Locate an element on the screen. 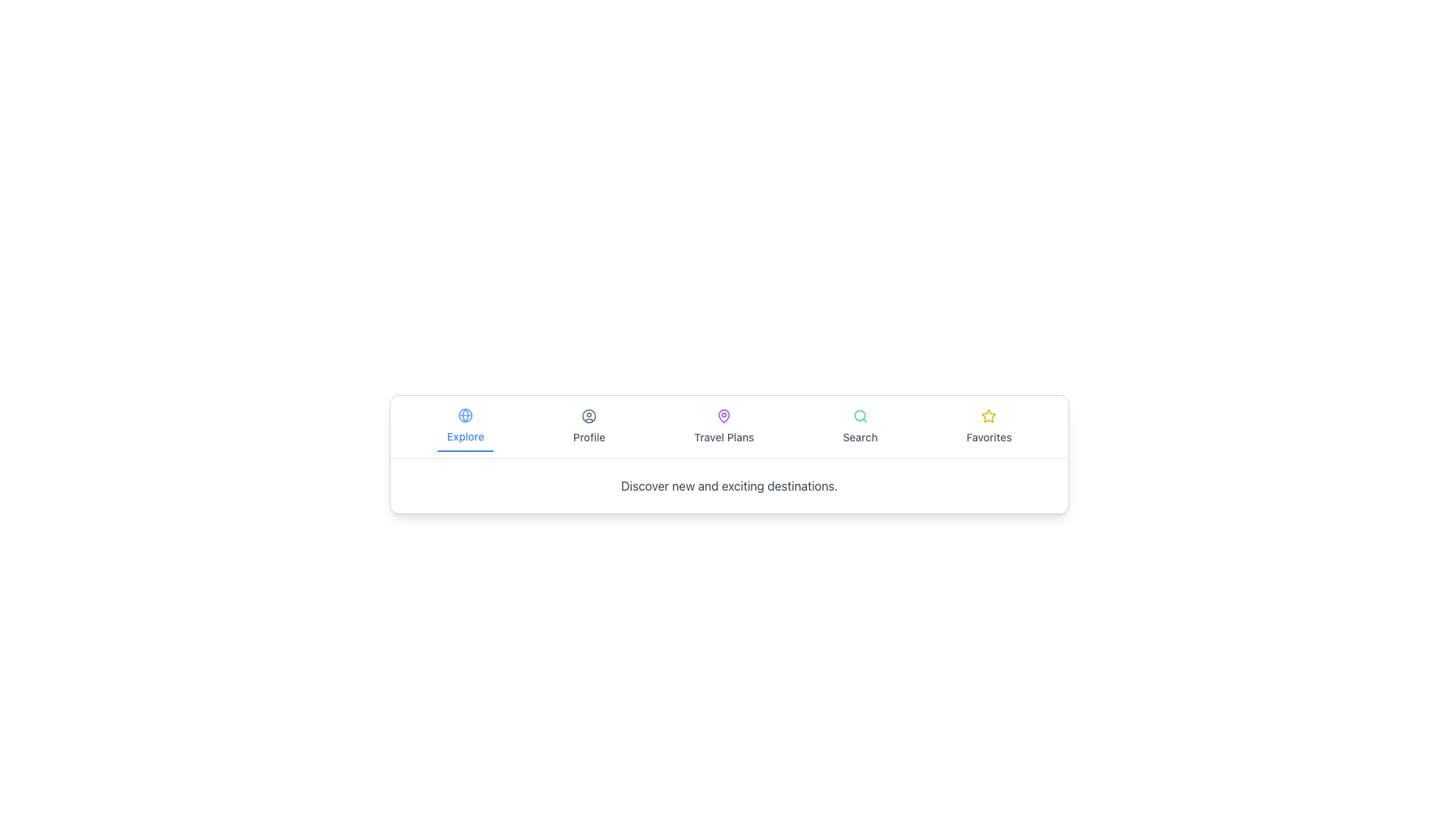 The width and height of the screenshot is (1456, 819). the purple map pin icon located above the 'Travel Plans' text in the bottom navigation bar is located at coordinates (723, 416).